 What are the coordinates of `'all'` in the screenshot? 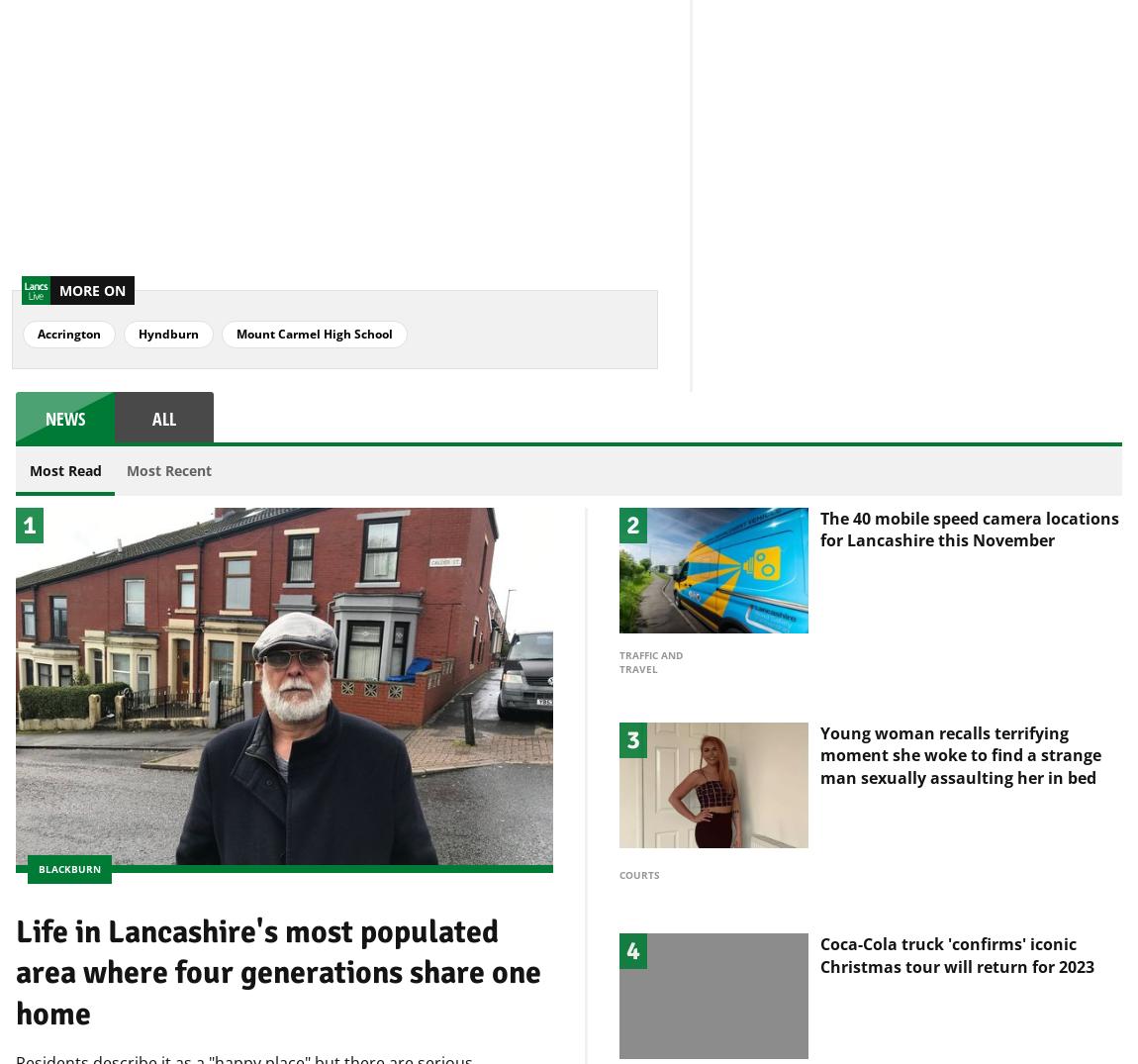 It's located at (162, 385).